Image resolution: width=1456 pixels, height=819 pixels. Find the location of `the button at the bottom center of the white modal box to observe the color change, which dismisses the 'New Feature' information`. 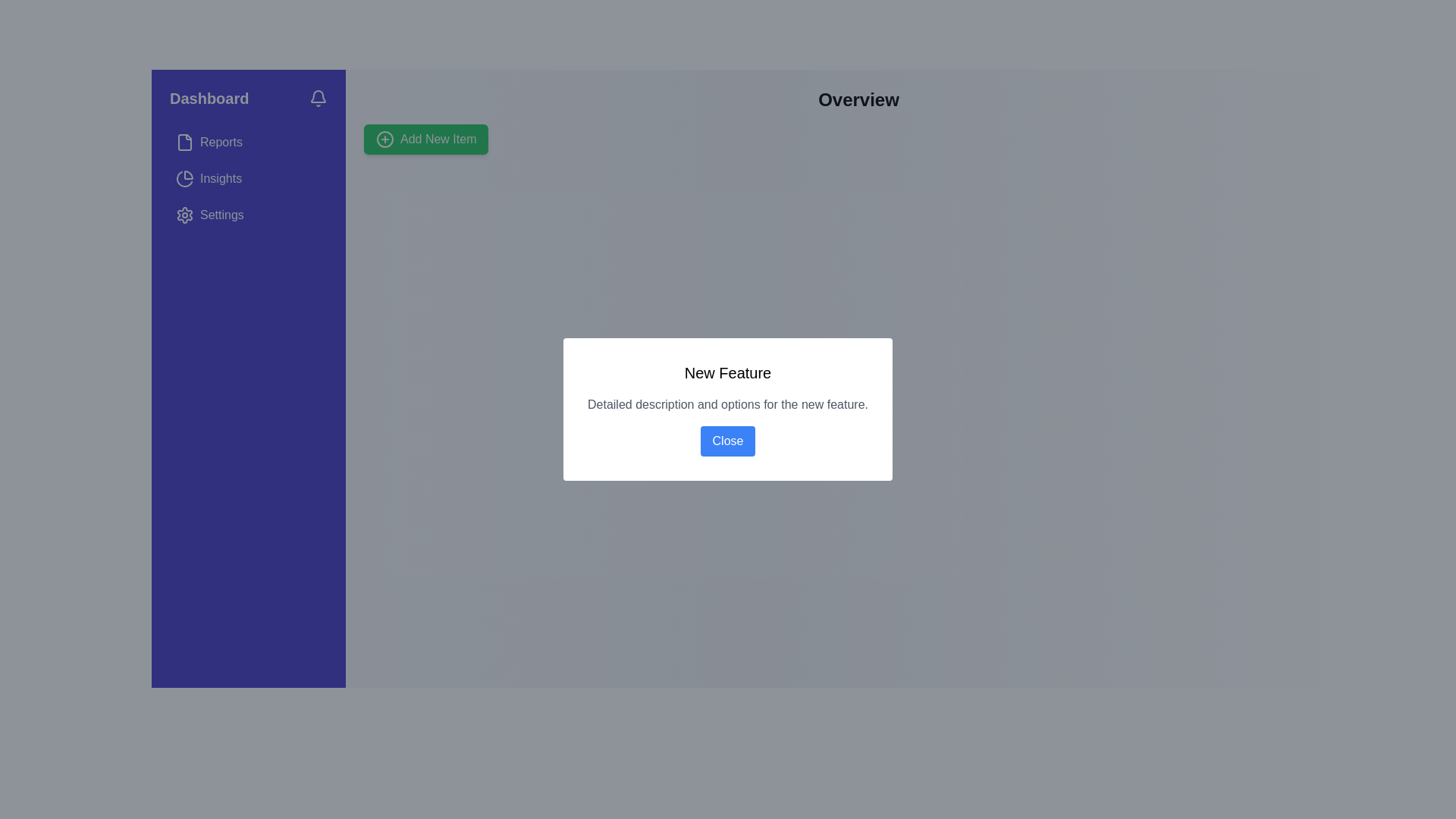

the button at the bottom center of the white modal box to observe the color change, which dismisses the 'New Feature' information is located at coordinates (728, 441).